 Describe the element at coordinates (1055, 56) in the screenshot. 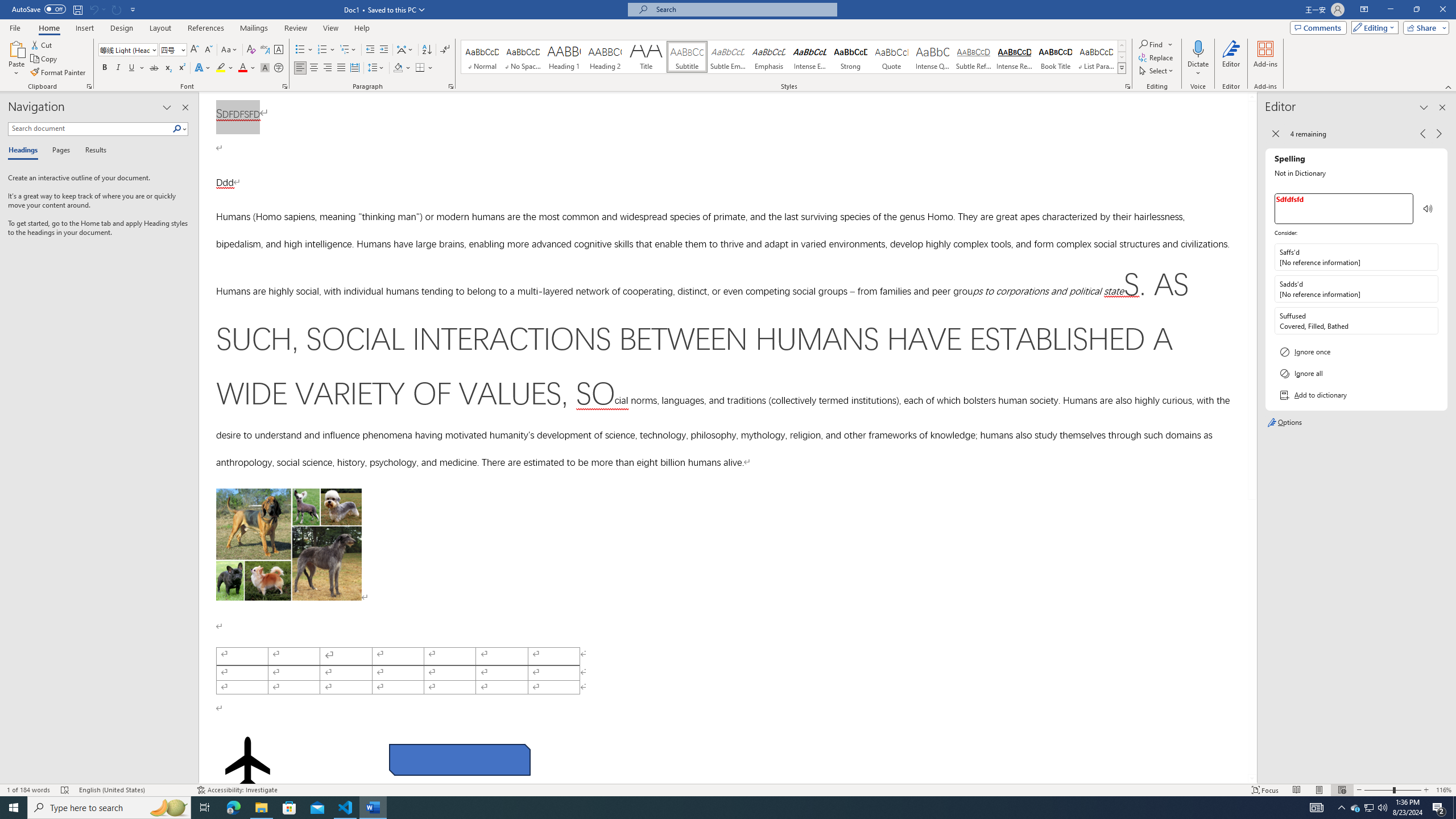

I see `'Book Title'` at that location.